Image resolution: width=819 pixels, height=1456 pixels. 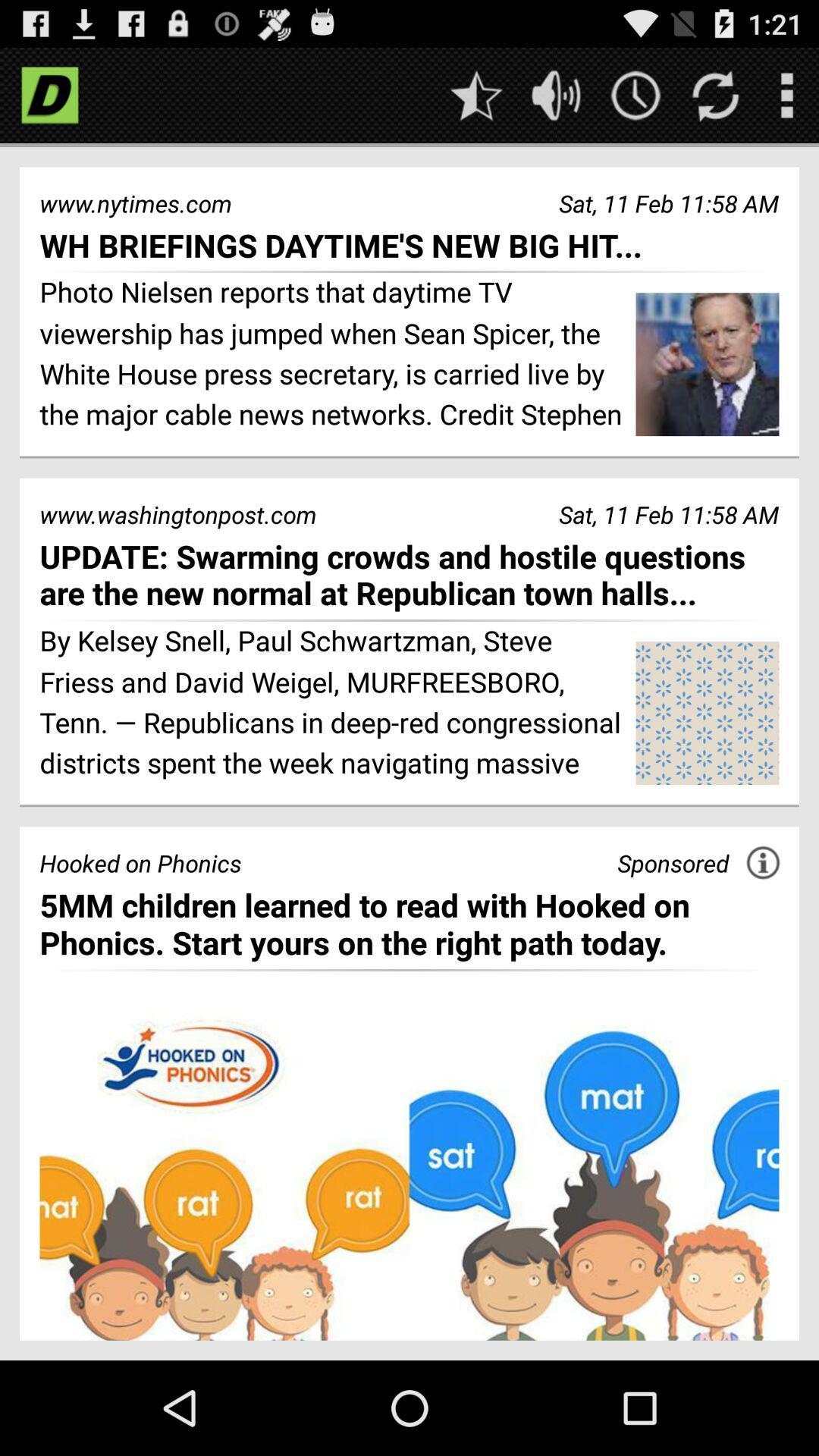 What do you see at coordinates (635, 101) in the screenshot?
I see `the time icon` at bounding box center [635, 101].